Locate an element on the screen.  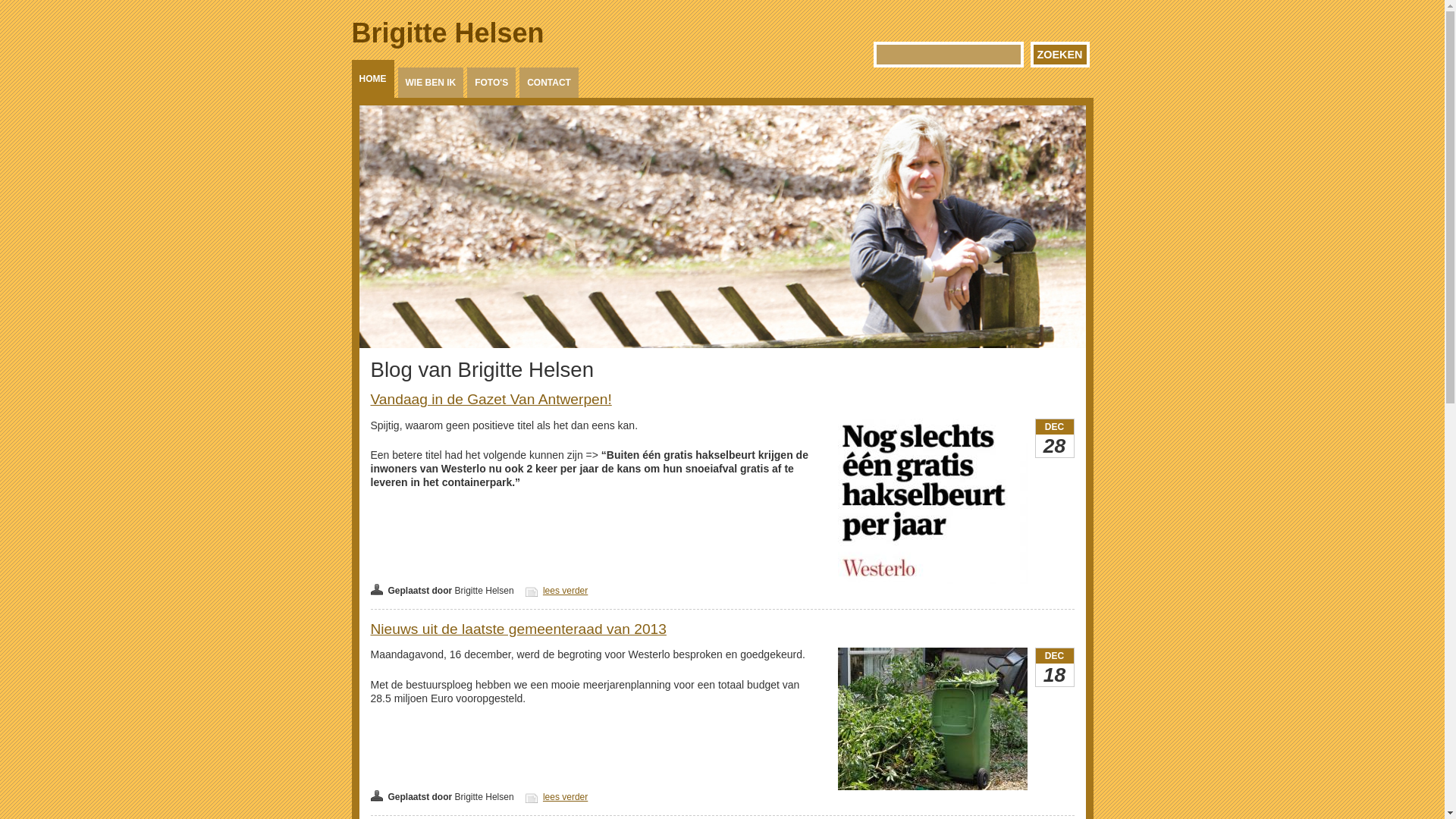
'CONTACT' is located at coordinates (519, 82).